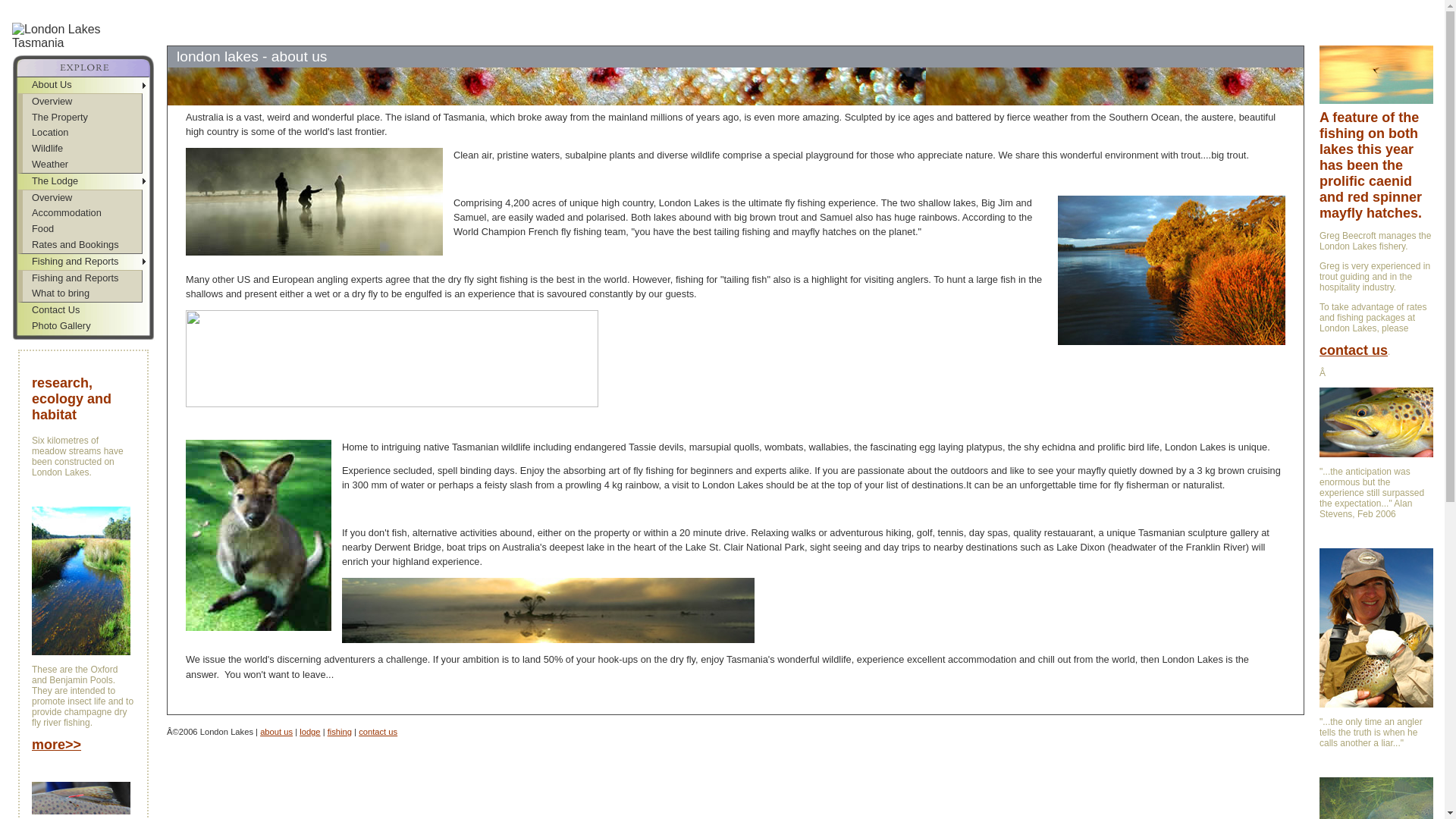  Describe the element at coordinates (81, 102) in the screenshot. I see `'Overview'` at that location.